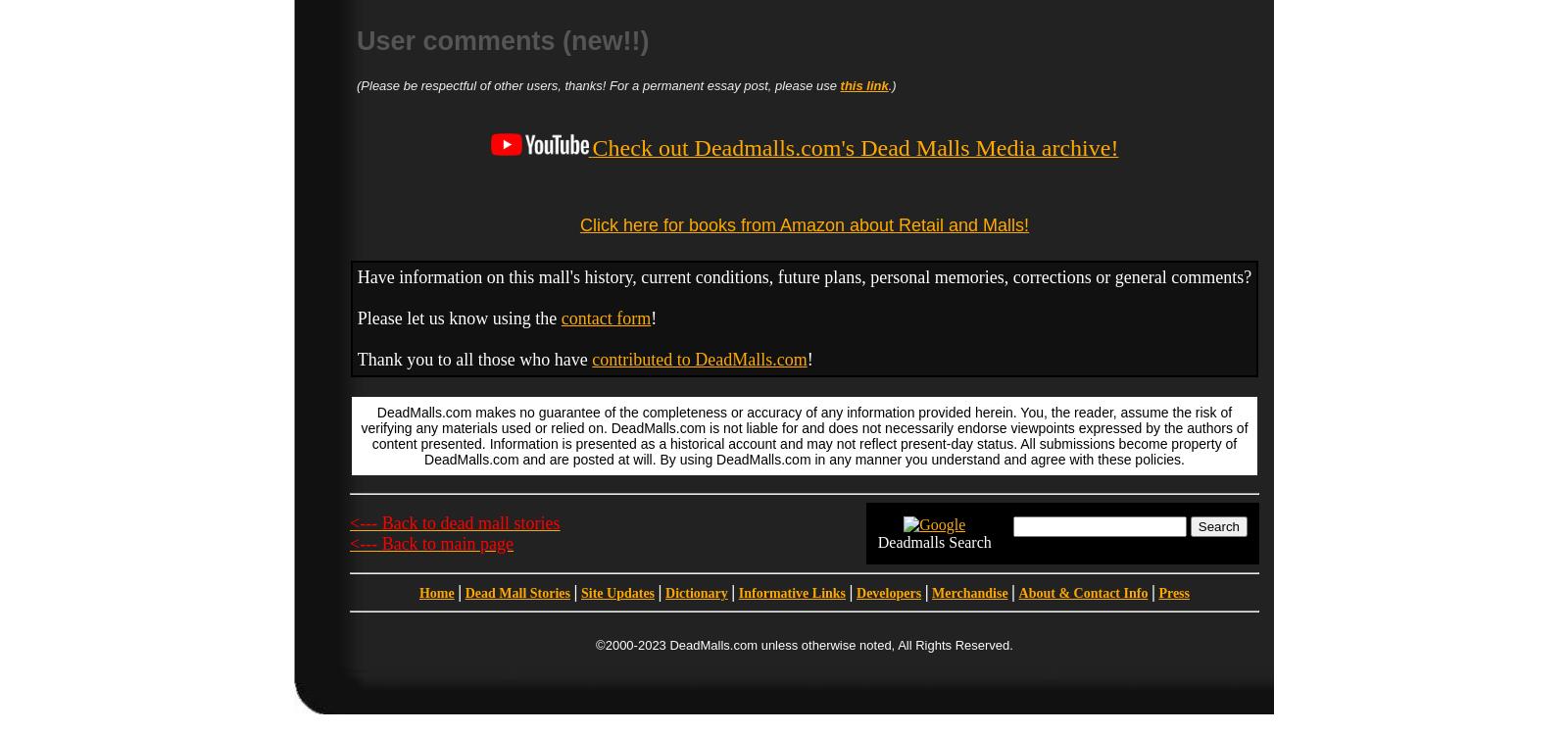  What do you see at coordinates (498, 84) in the screenshot?
I see `'(Please be respectful of other users, thanks!
For a'` at bounding box center [498, 84].